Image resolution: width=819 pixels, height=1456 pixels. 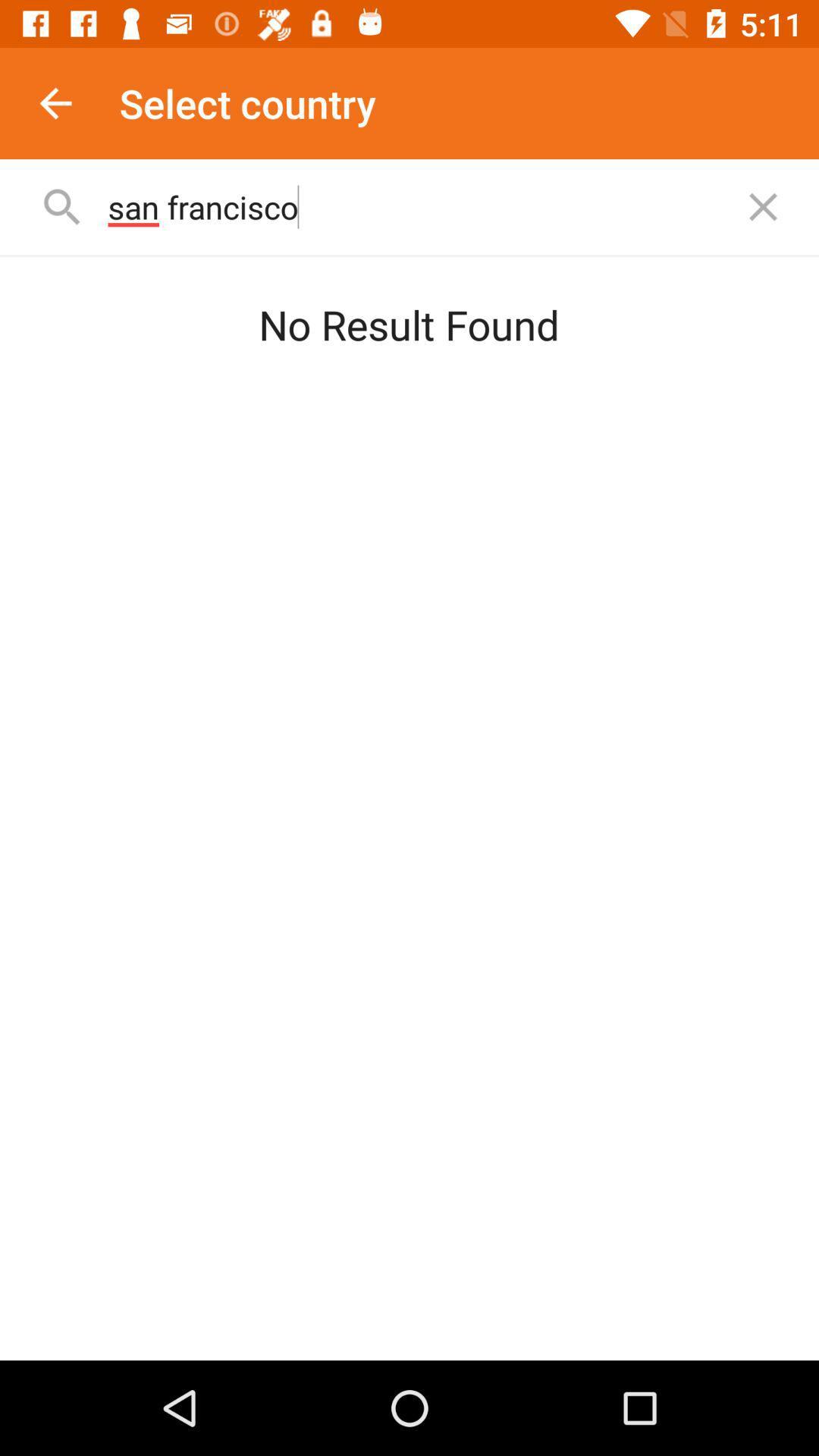 I want to click on the icon at the top right corner, so click(x=763, y=206).